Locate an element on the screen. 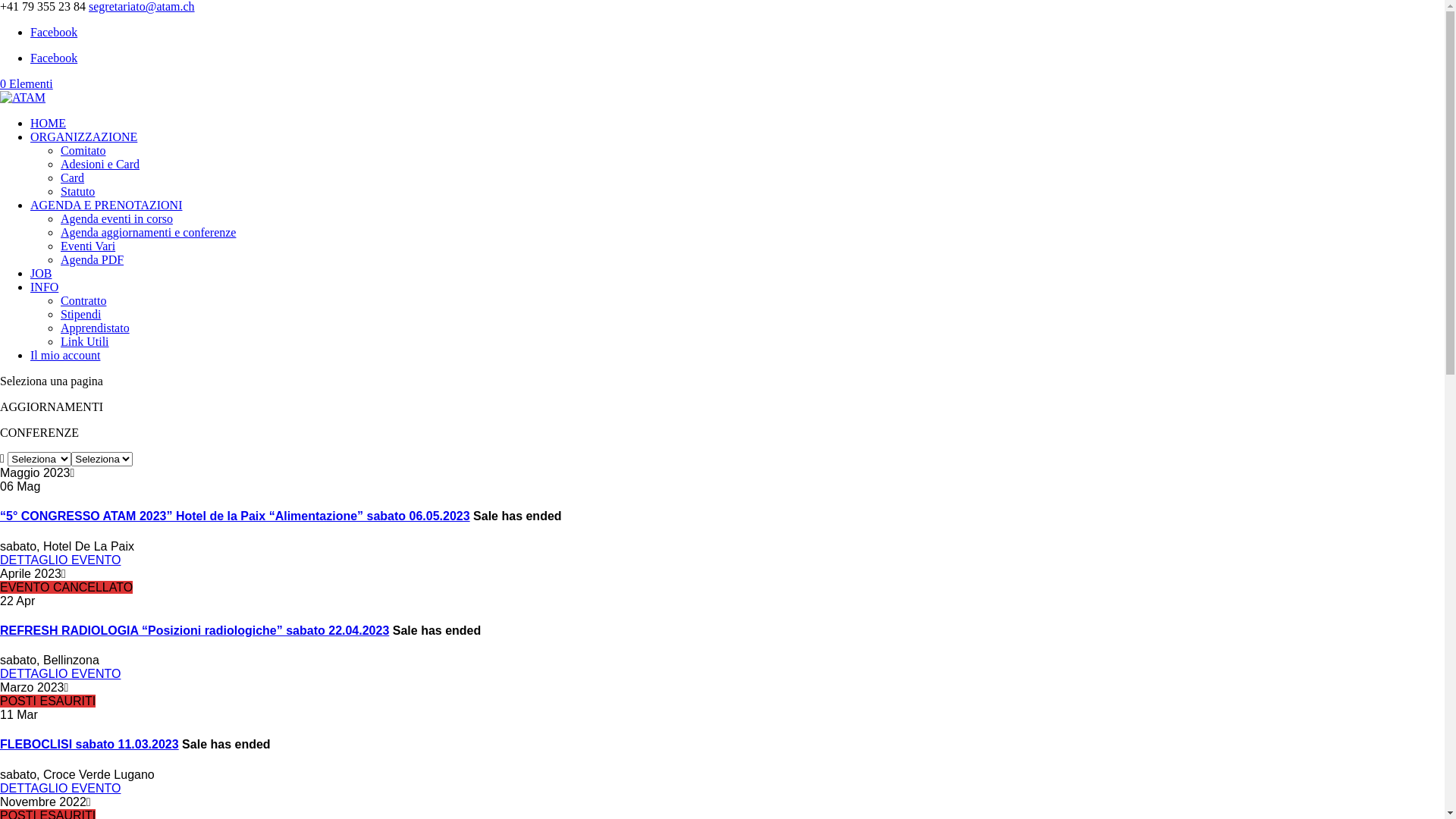 The image size is (1456, 819). '0 Elementi' is located at coordinates (26, 83).